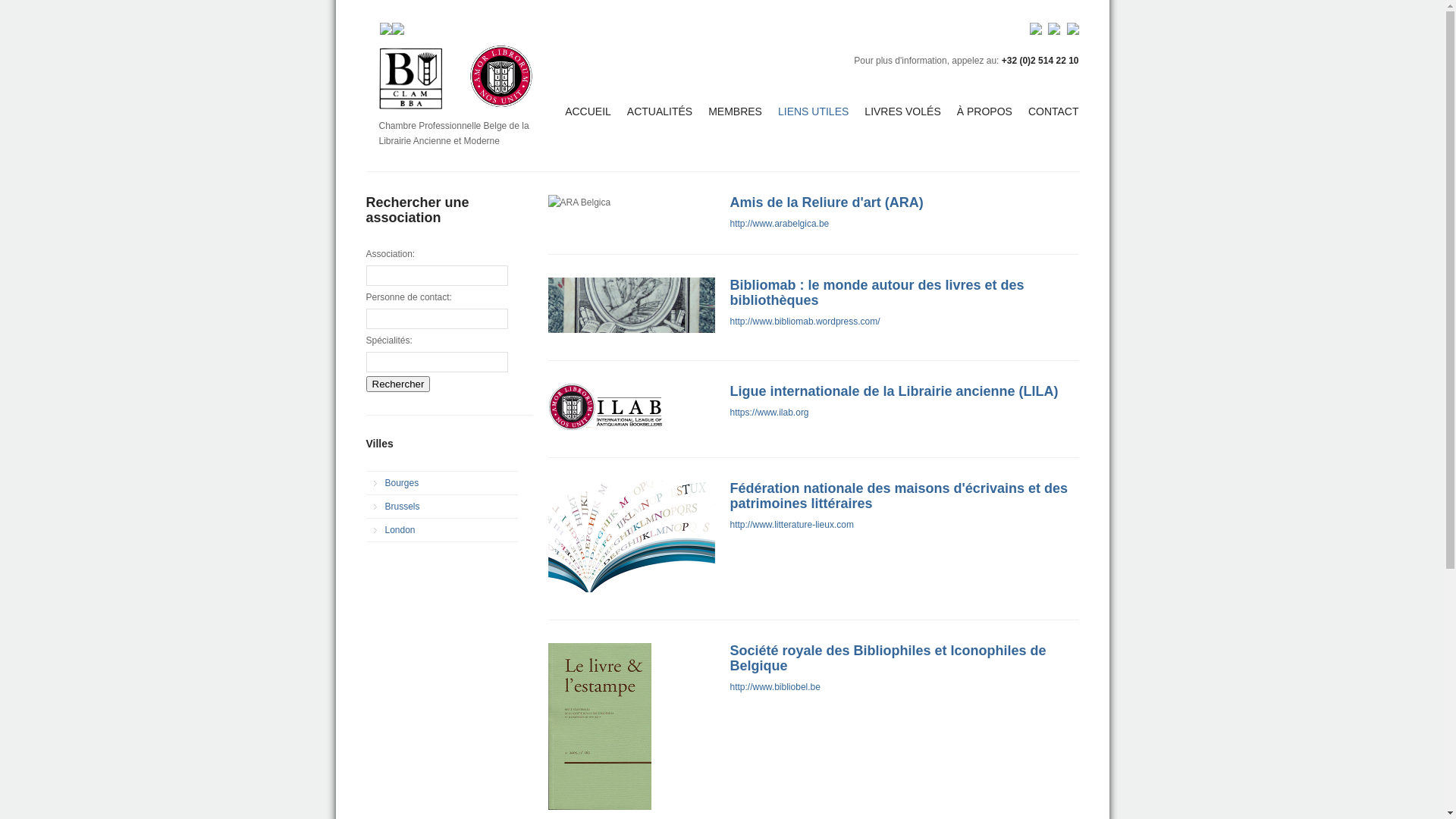  Describe the element at coordinates (365, 506) in the screenshot. I see `'Brussels'` at that location.